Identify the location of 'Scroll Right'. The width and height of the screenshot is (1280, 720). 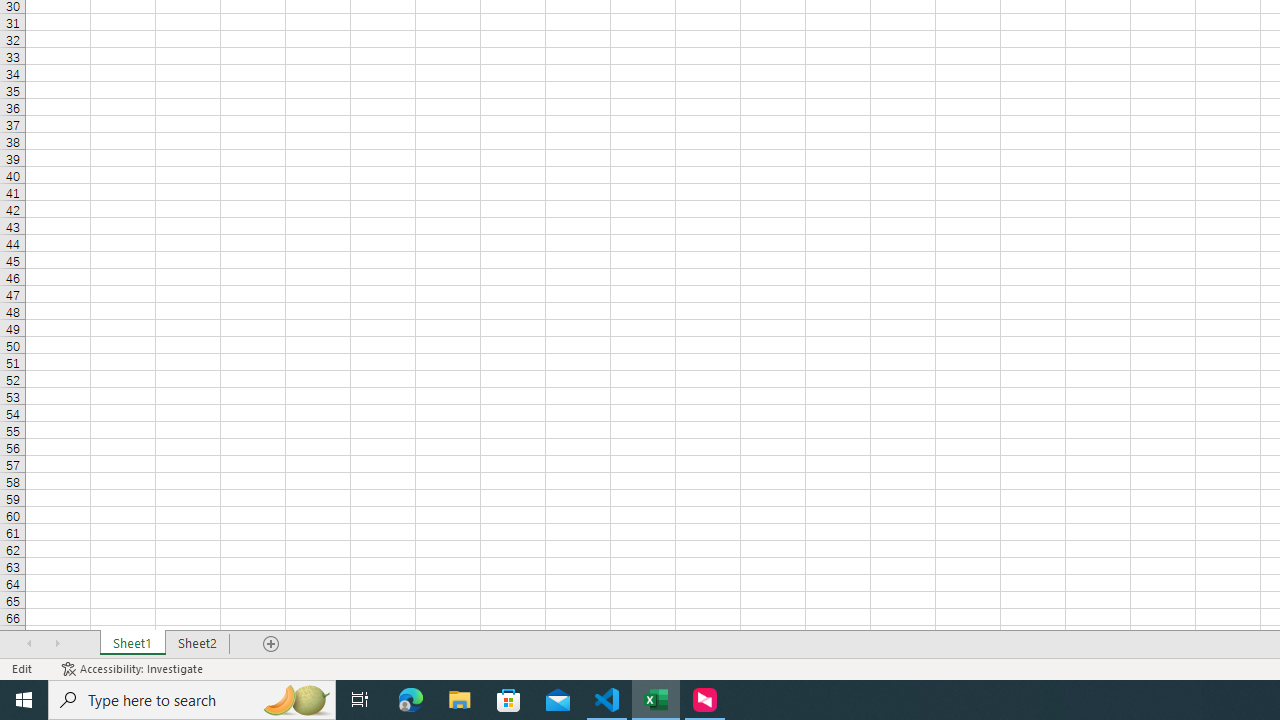
(57, 644).